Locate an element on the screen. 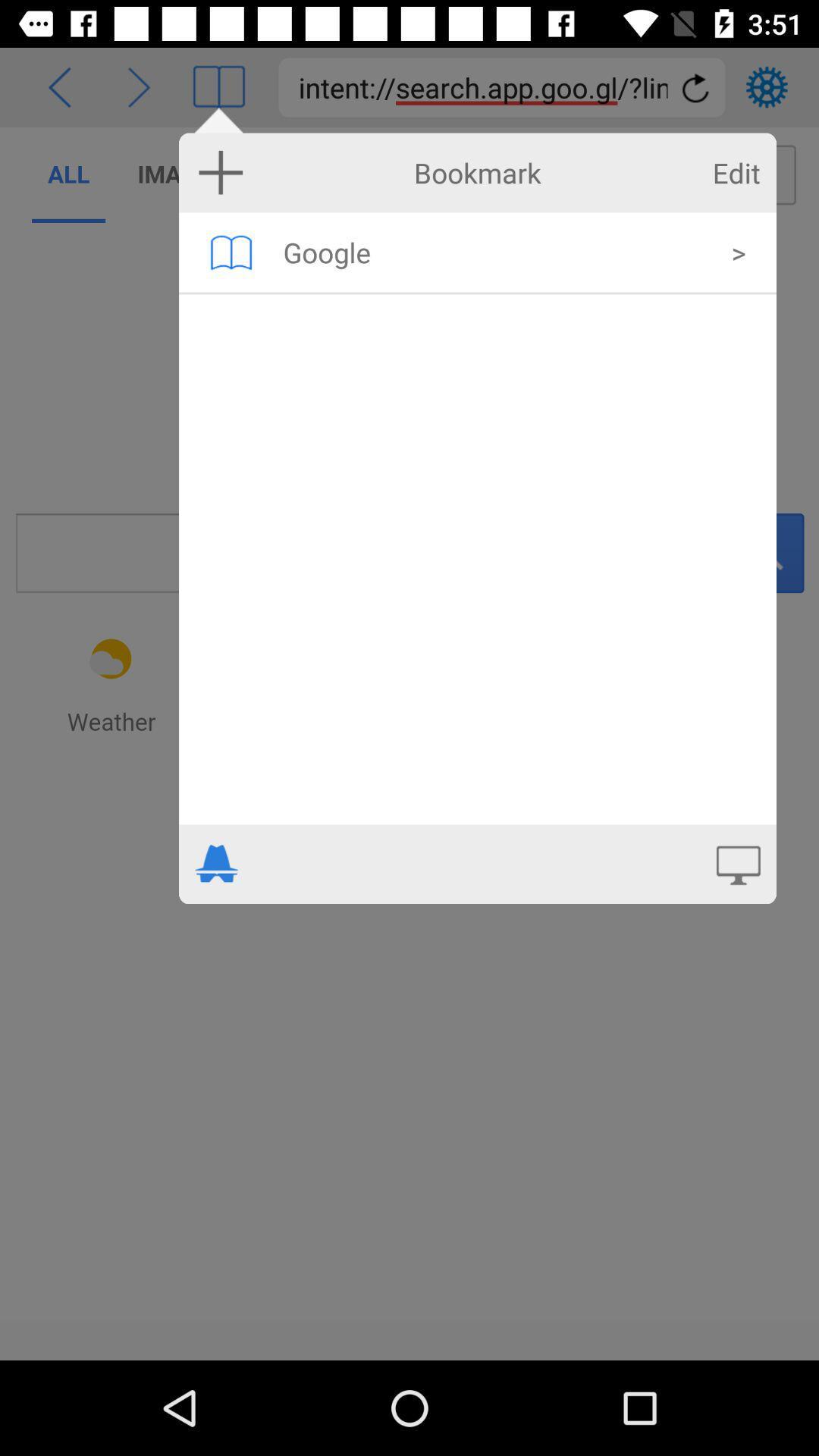 This screenshot has width=819, height=1456. icon below the edit icon is located at coordinates (738, 252).